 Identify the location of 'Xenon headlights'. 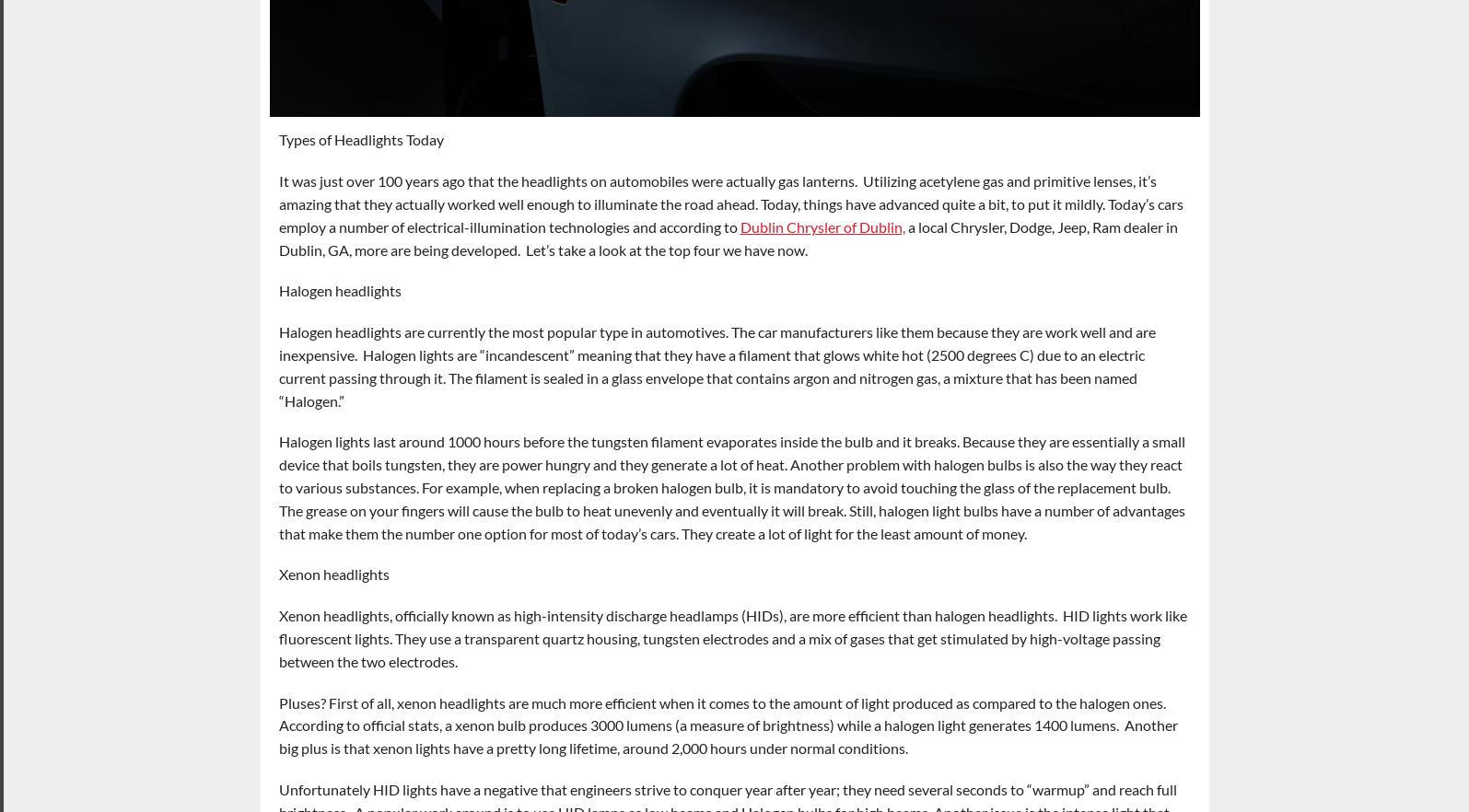
(333, 573).